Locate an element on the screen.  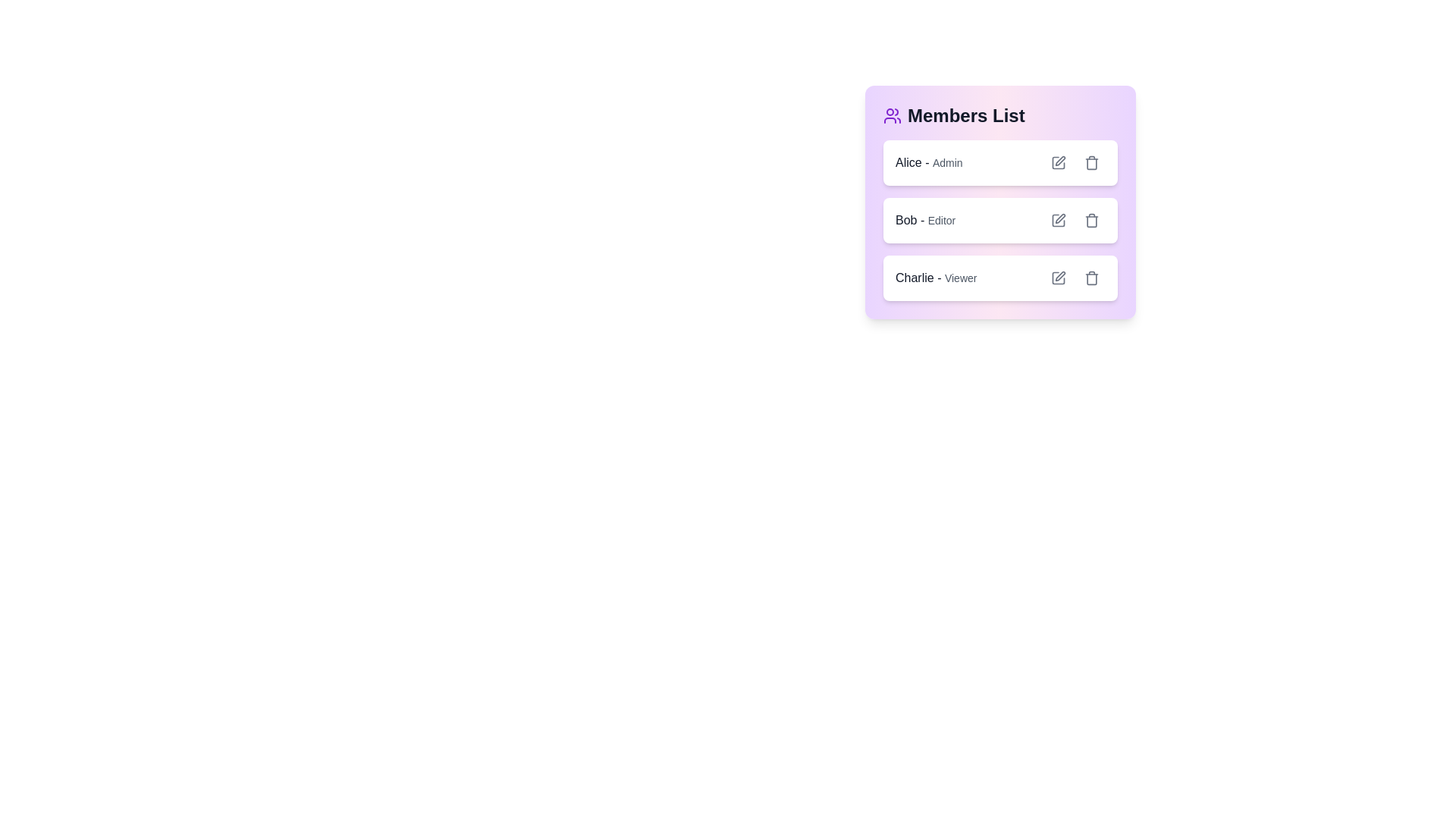
delete button next to Charlie to remove them from the list is located at coordinates (1092, 278).